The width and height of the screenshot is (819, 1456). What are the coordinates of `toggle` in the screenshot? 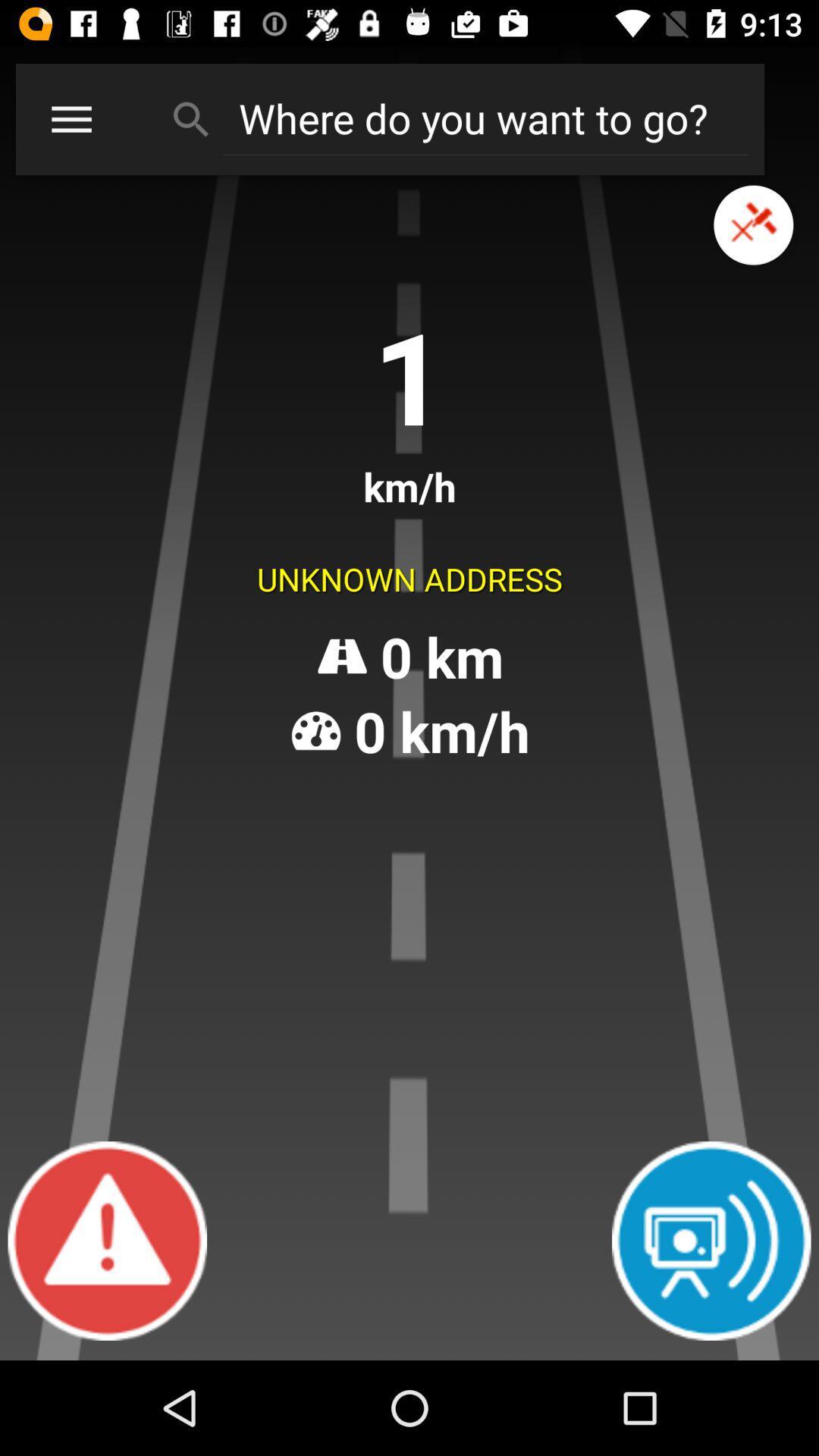 It's located at (753, 224).